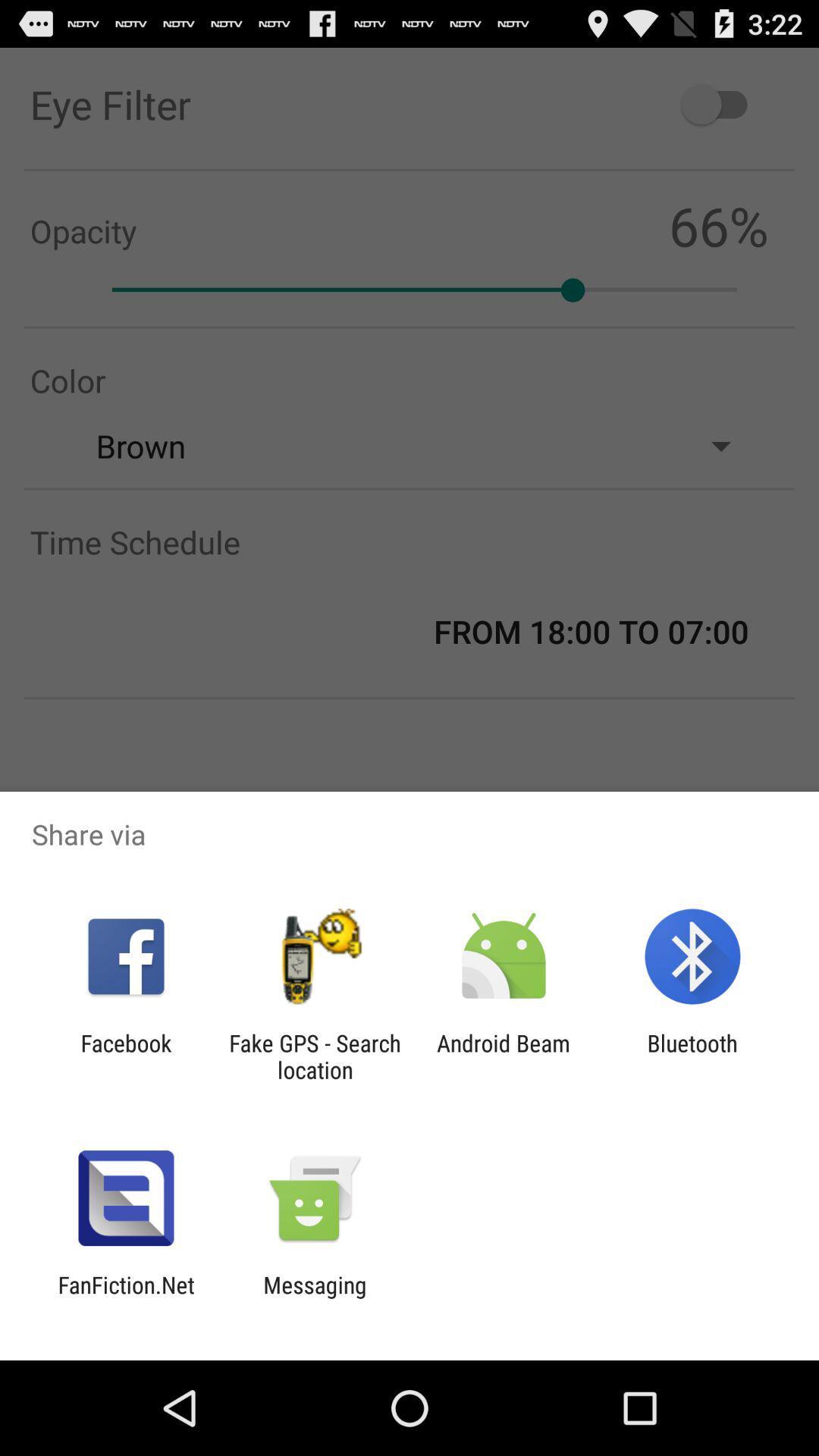 The width and height of the screenshot is (819, 1456). I want to click on app to the right of fake gps search icon, so click(504, 1056).